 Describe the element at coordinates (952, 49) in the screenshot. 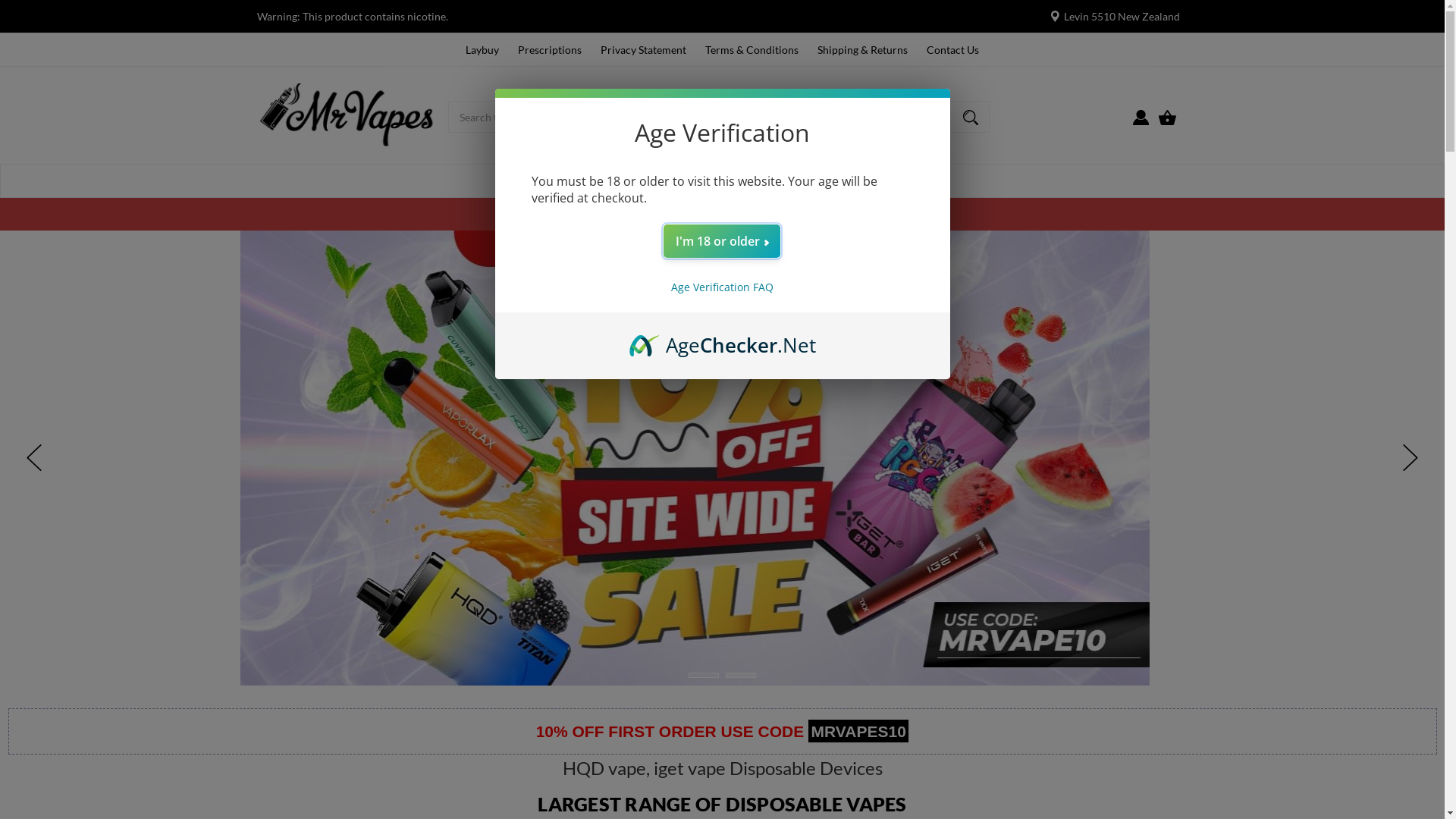

I see `'Contact Us'` at that location.